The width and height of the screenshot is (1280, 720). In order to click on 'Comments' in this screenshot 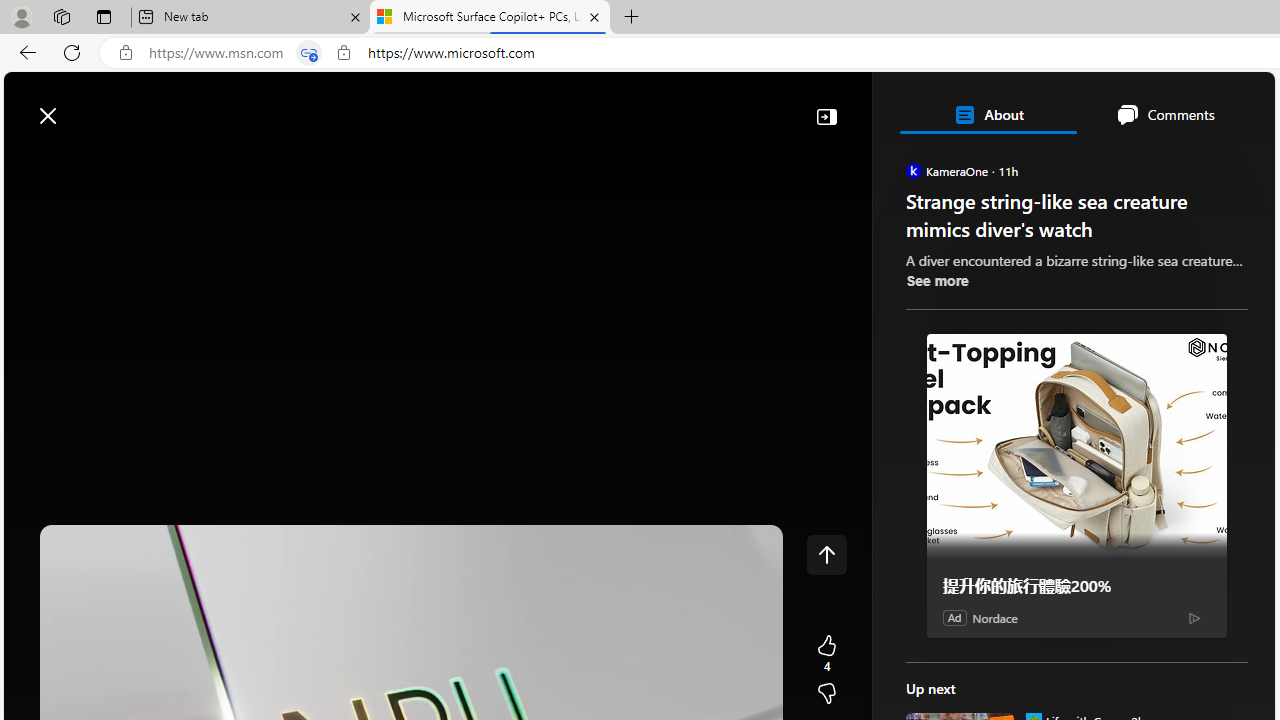, I will do `click(1165, 114)`.